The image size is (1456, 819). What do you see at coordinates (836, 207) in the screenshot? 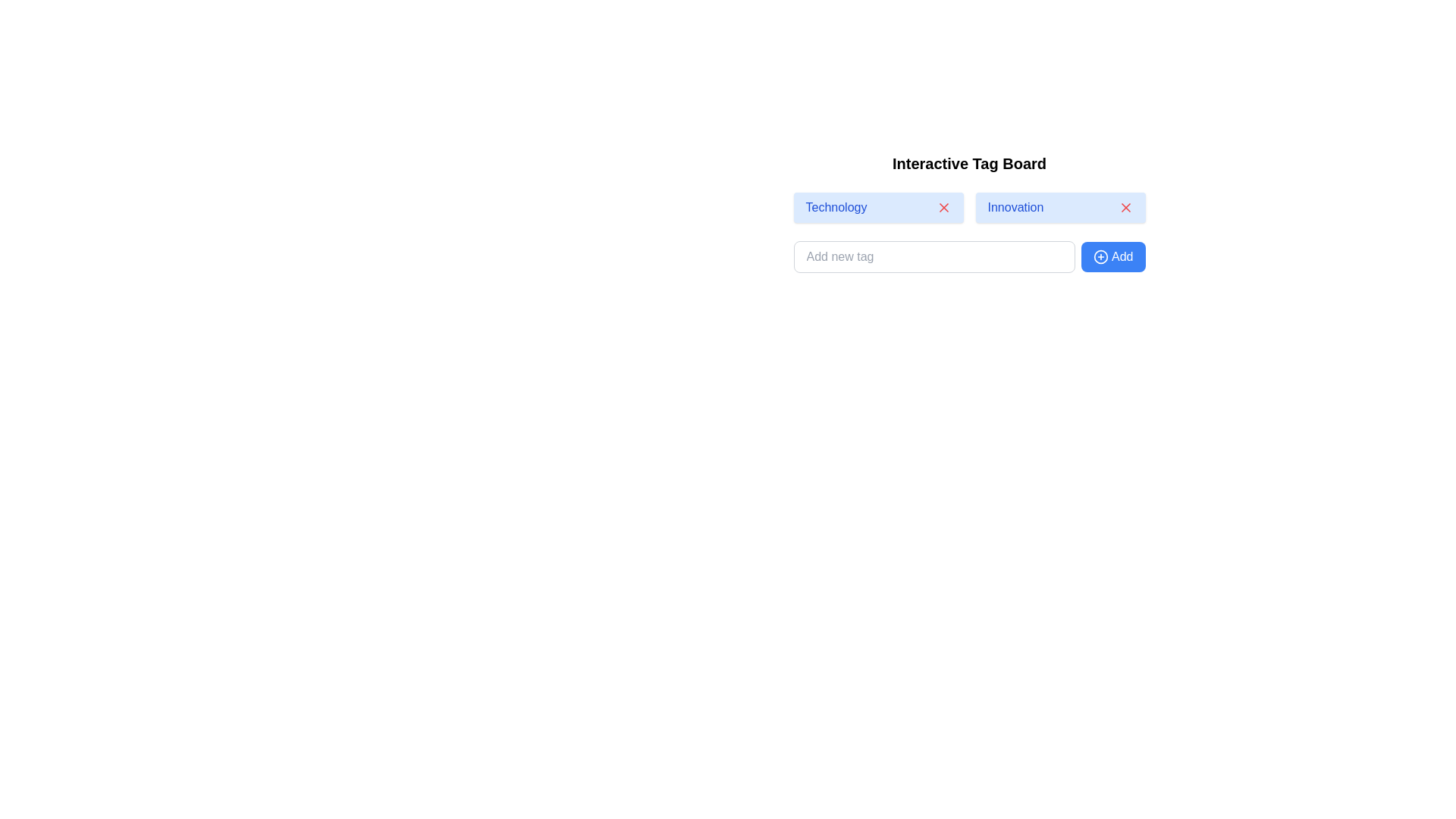
I see `the text label displaying 'Technology', which is the first tag in the tag list, located to the left of the 'Innovation' tag` at bounding box center [836, 207].